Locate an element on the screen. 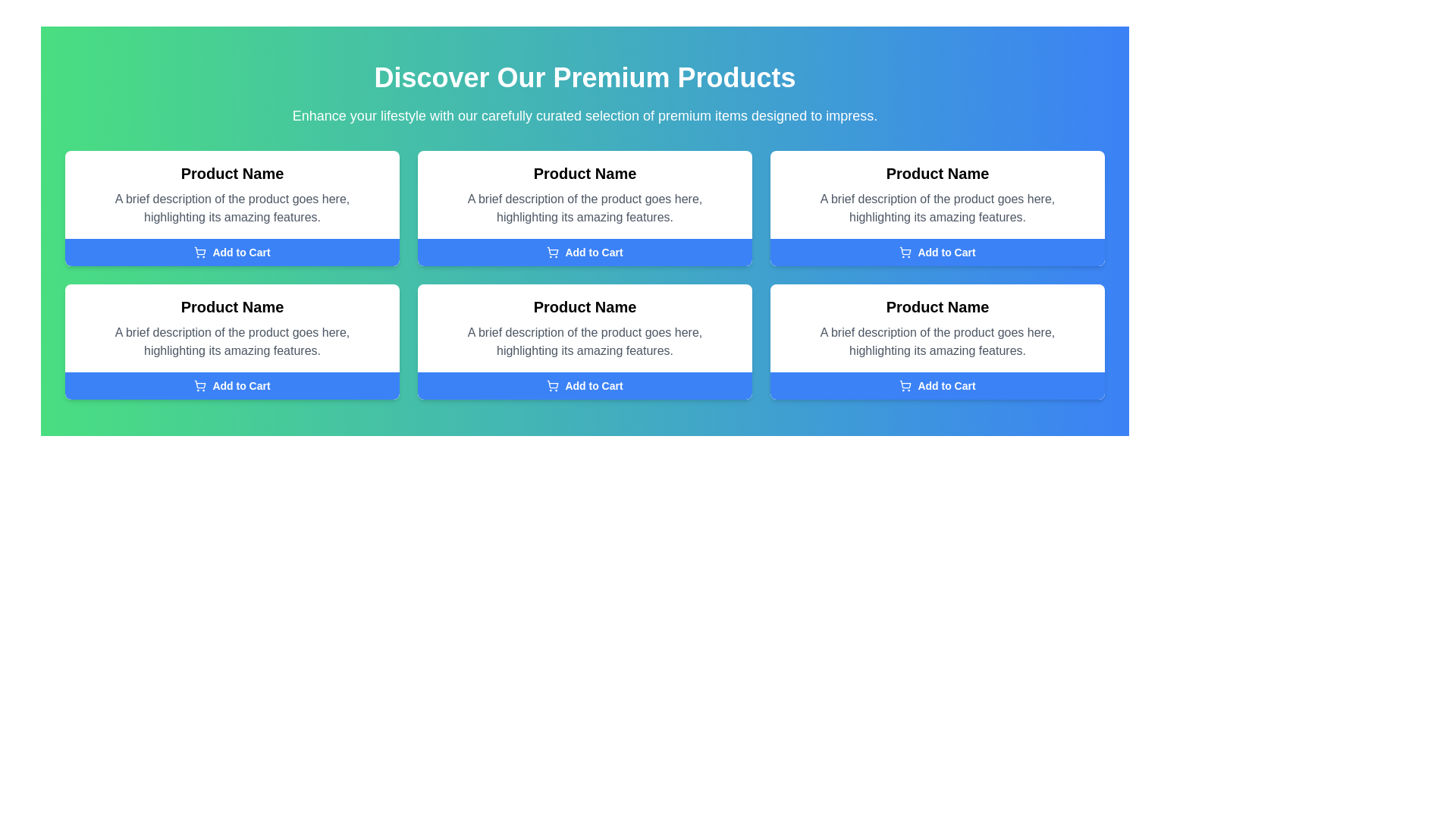  the static text label with gray font that provides a brief description of the product, positioned below the product name 'Product Name' and above the blue 'Add to Cart' button is located at coordinates (937, 208).